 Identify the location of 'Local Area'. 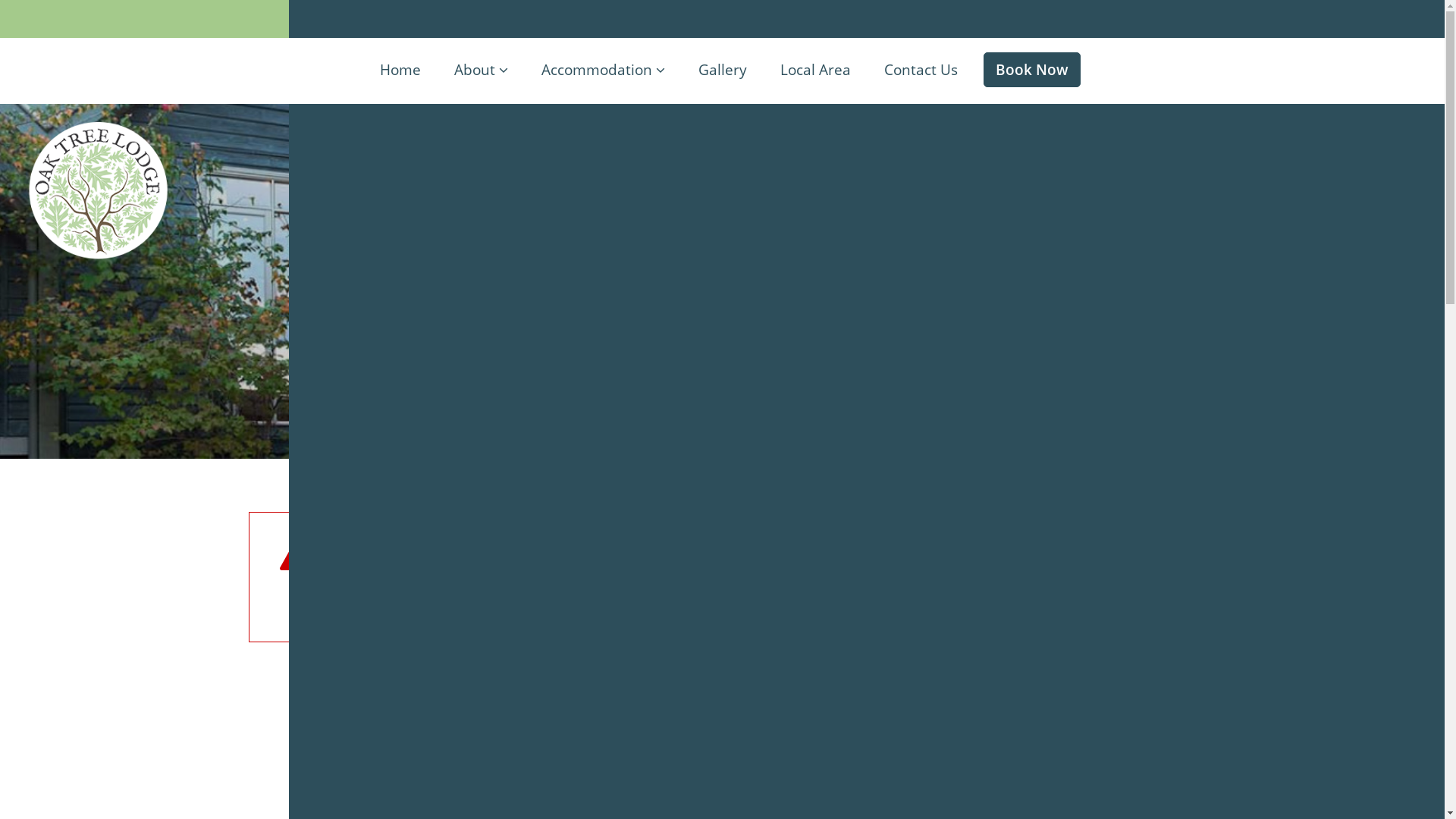
(814, 71).